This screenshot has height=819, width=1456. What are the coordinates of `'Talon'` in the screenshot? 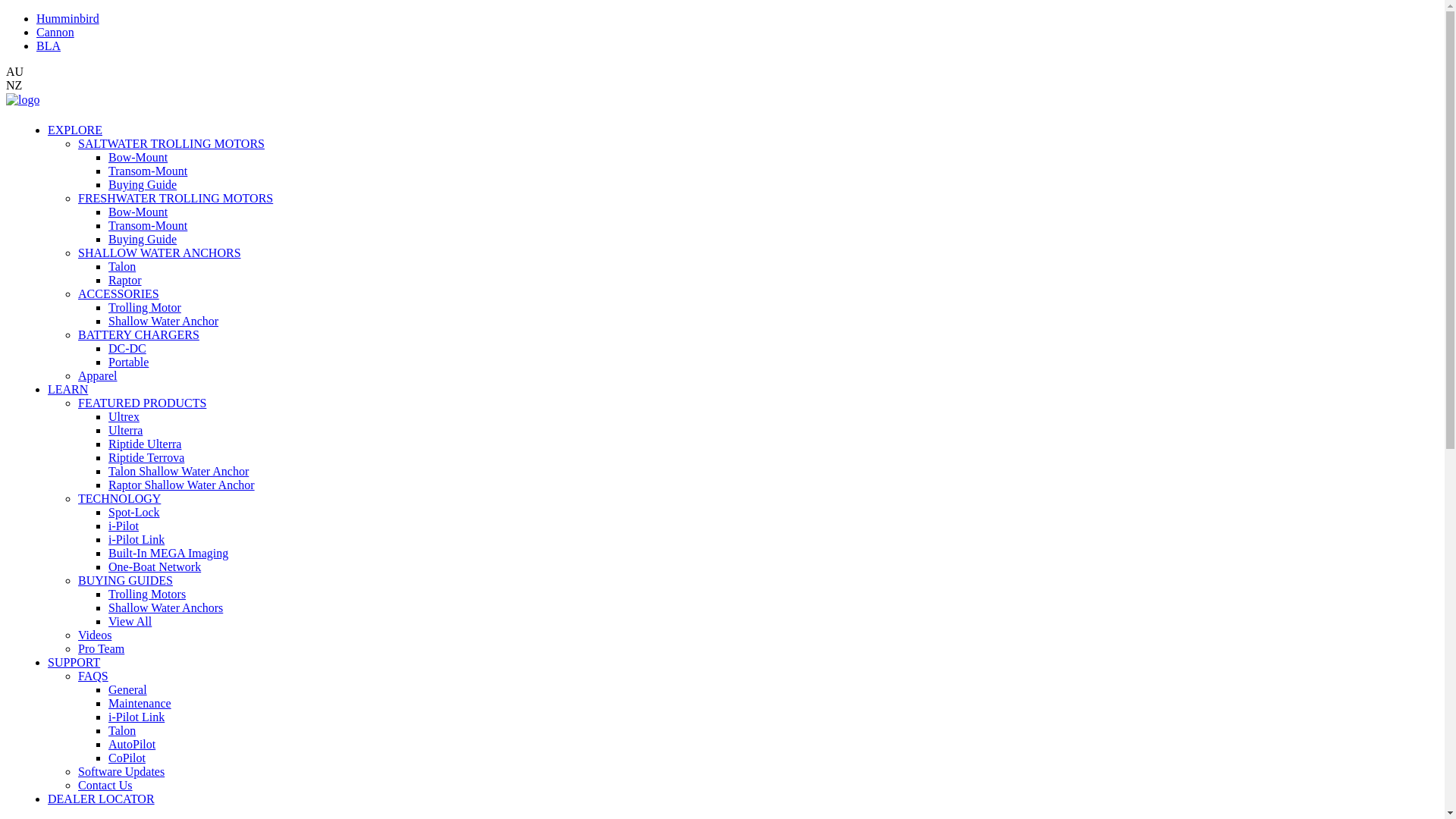 It's located at (122, 265).